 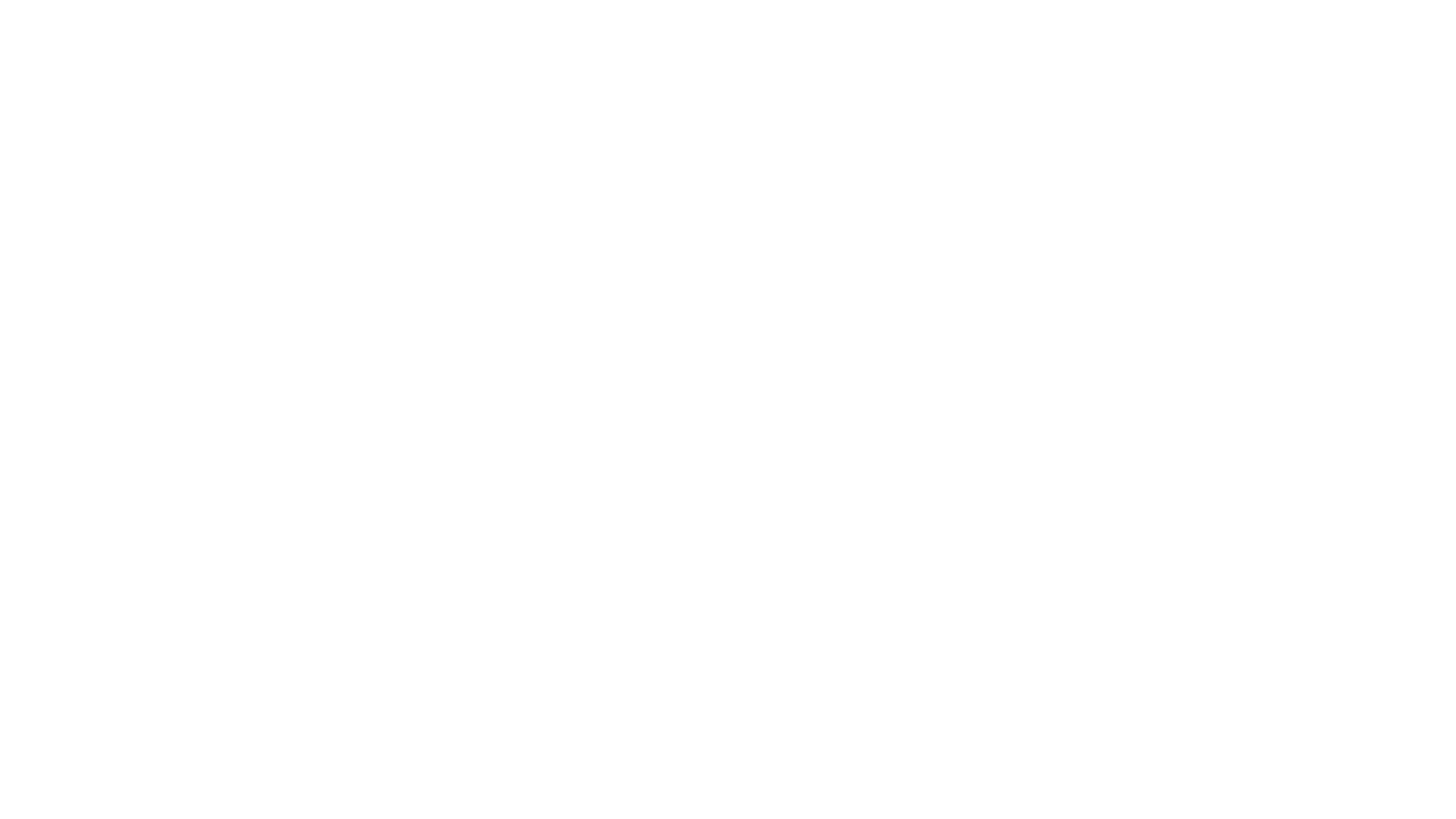 What do you see at coordinates (1048, 20) in the screenshot?
I see `Open Player Settings` at bounding box center [1048, 20].